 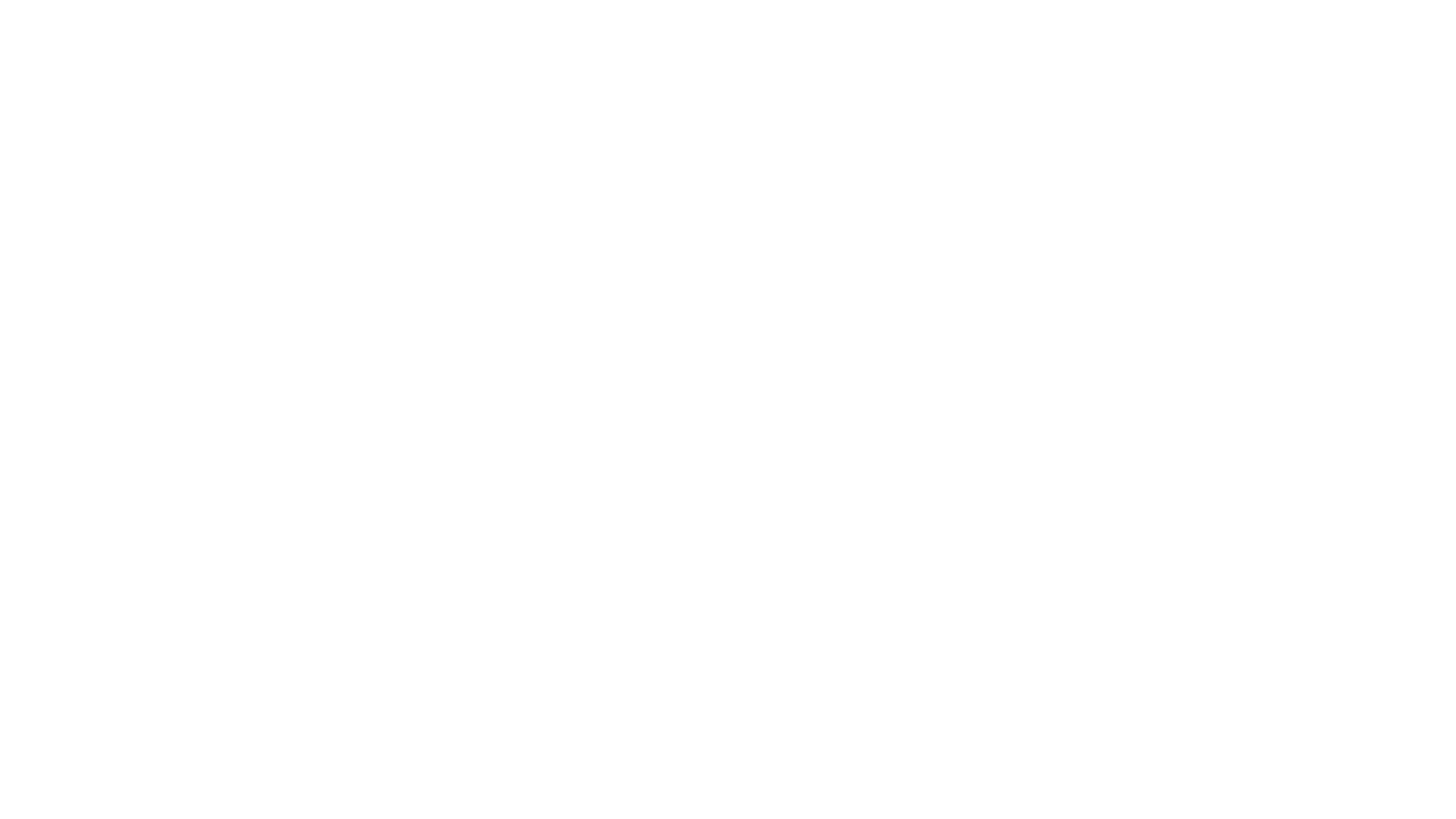 What do you see at coordinates (1048, 20) in the screenshot?
I see `Open Player Settings` at bounding box center [1048, 20].